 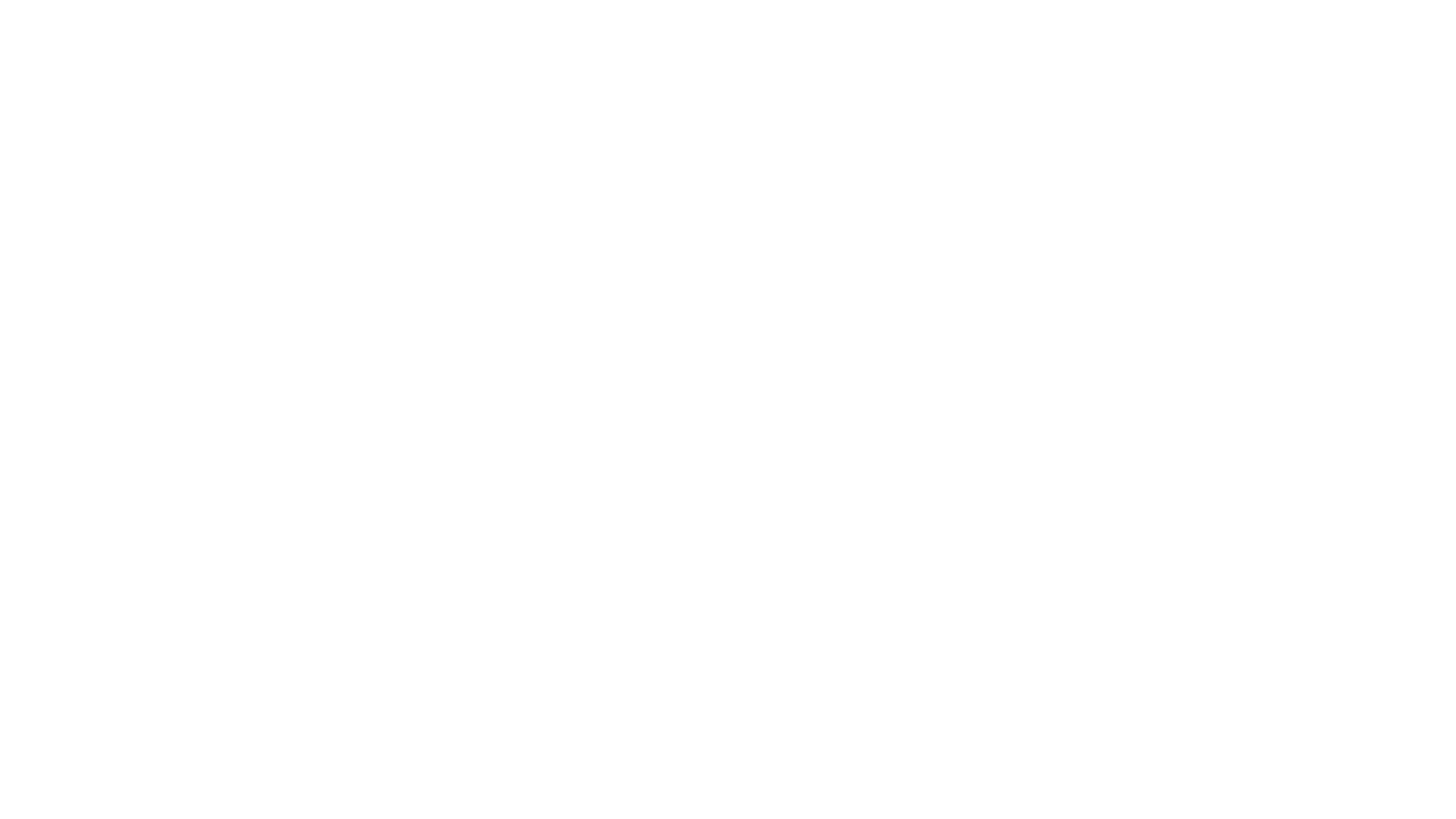 What do you see at coordinates (1048, 20) in the screenshot?
I see `Open Player Settings` at bounding box center [1048, 20].